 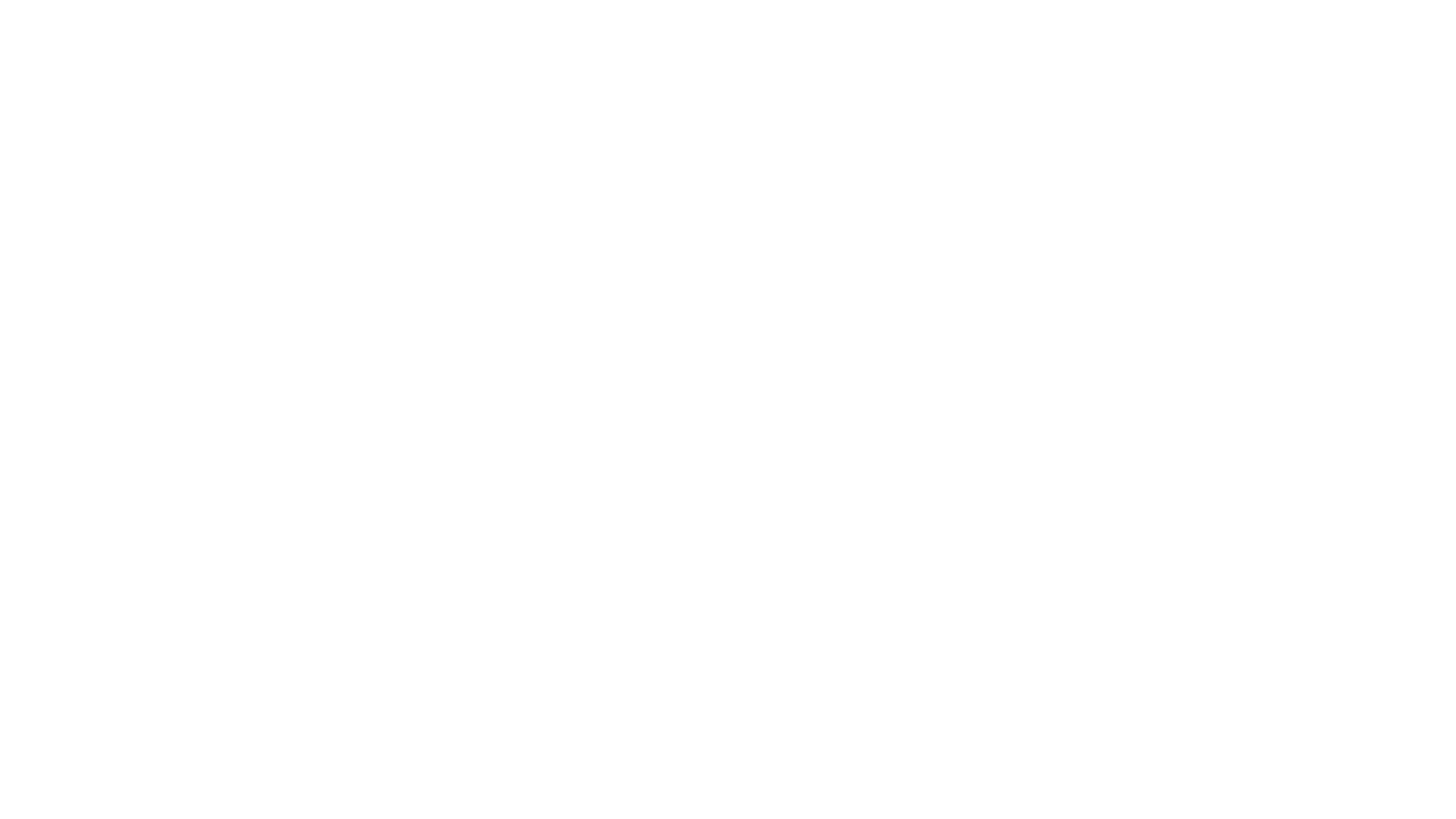 What do you see at coordinates (1048, 20) in the screenshot?
I see `Open Player Settings` at bounding box center [1048, 20].